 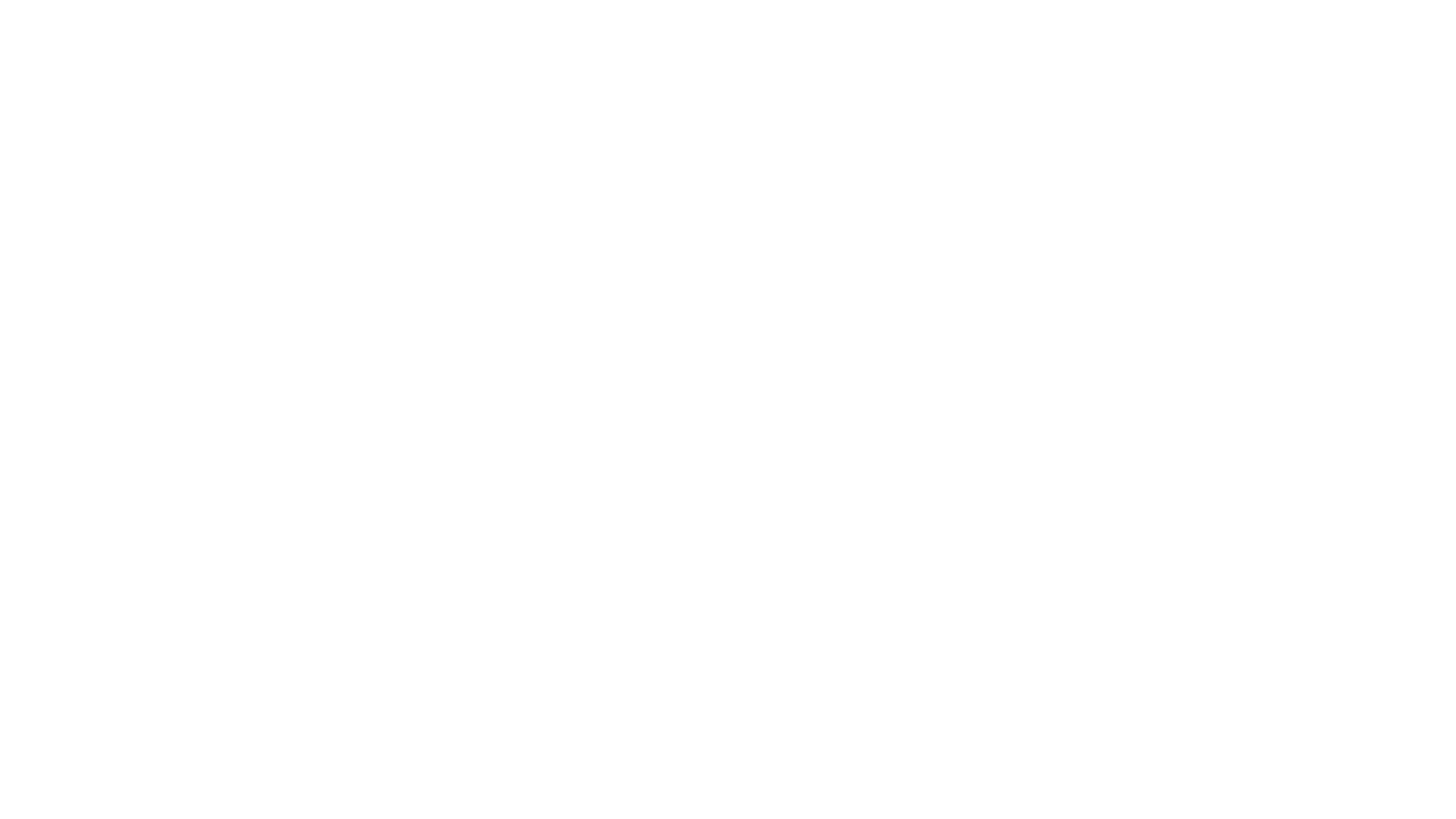 What do you see at coordinates (1048, 20) in the screenshot?
I see `Open Player Settings` at bounding box center [1048, 20].